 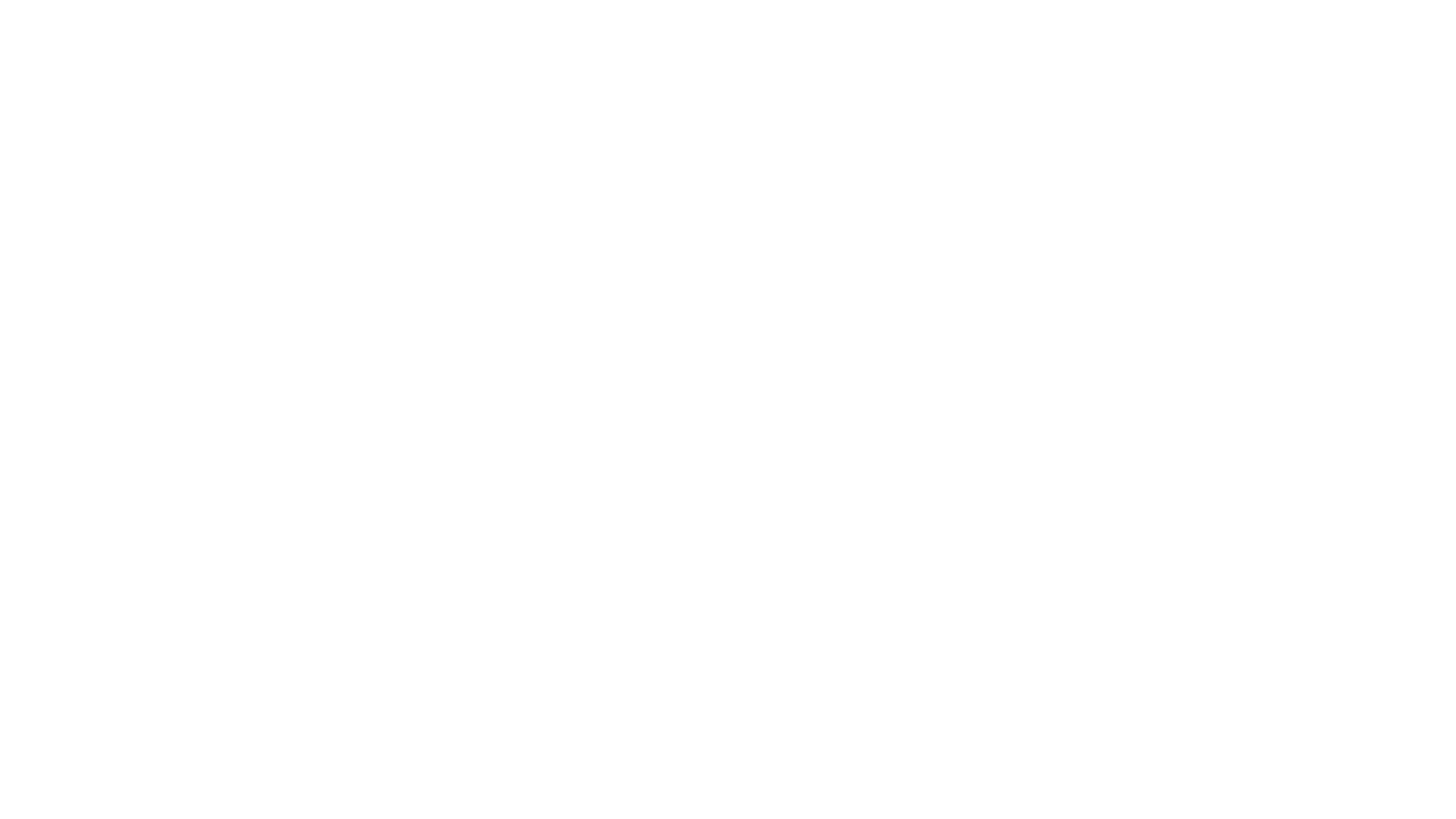 What do you see at coordinates (1048, 20) in the screenshot?
I see `Open Player Settings` at bounding box center [1048, 20].